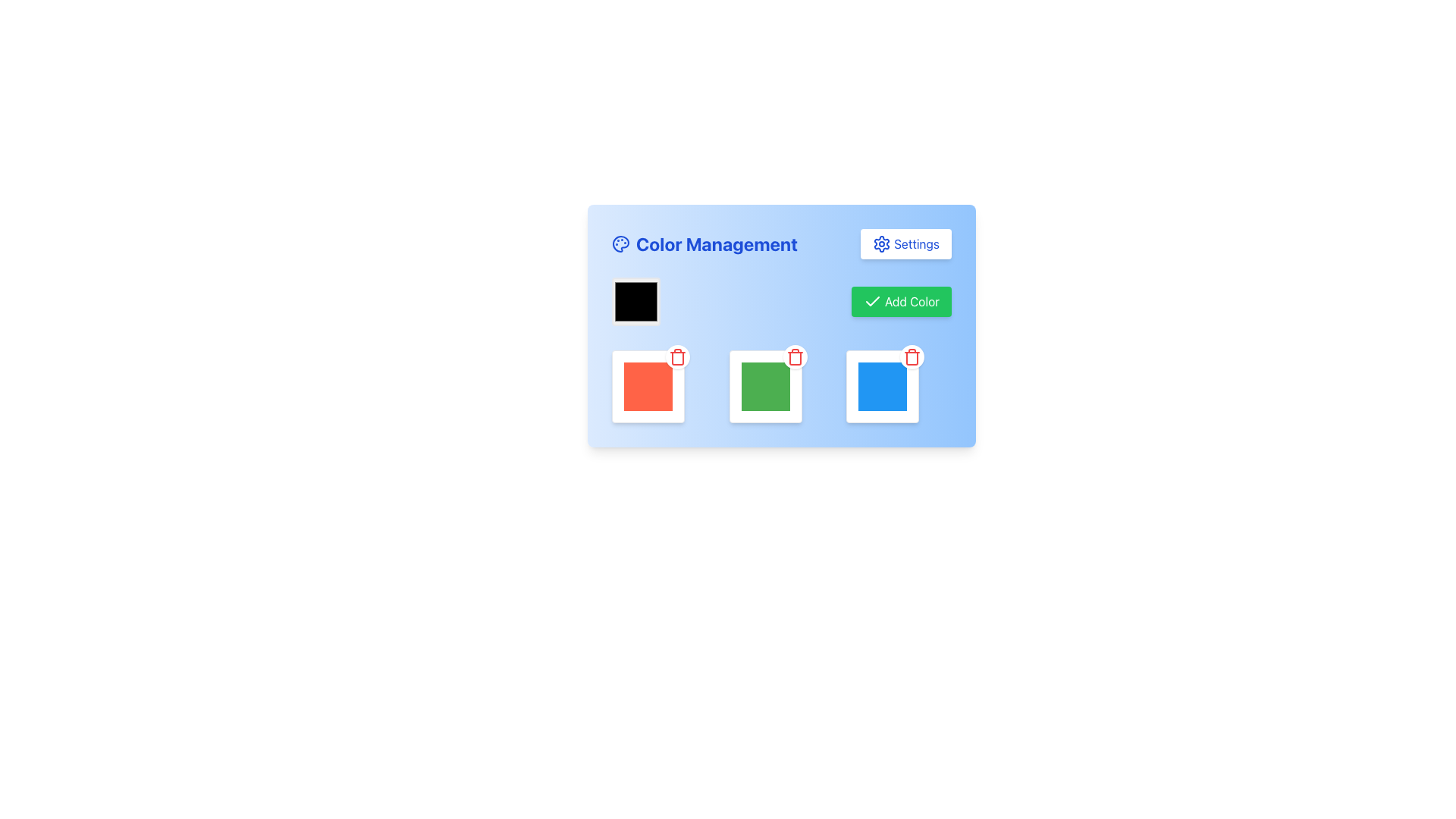 This screenshot has width=1456, height=819. I want to click on the bright blue Color Selection Box, which is a medium-sized square (64x64 pixels) located in the bottom-right corner of the color selection panel, so click(883, 385).